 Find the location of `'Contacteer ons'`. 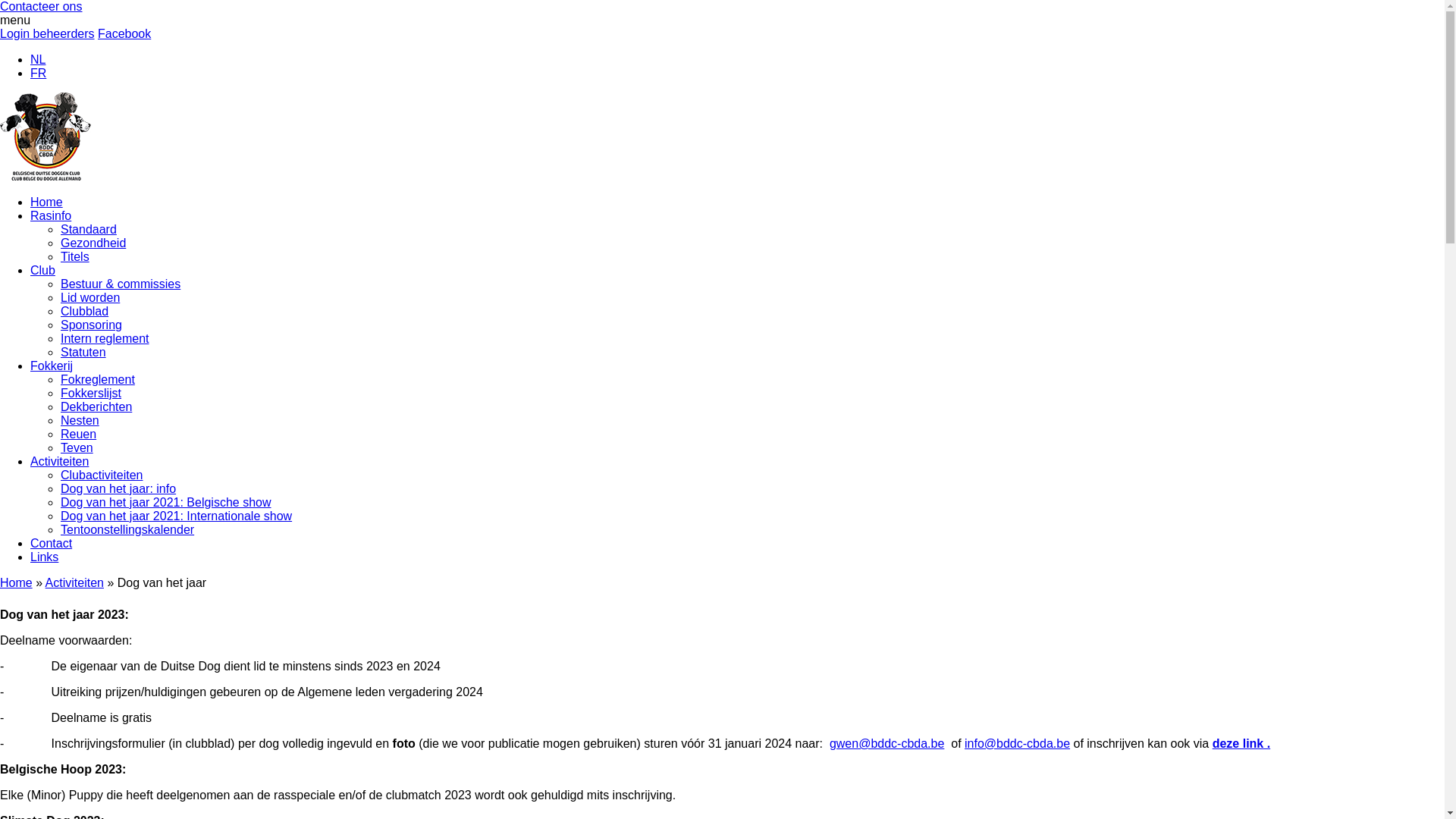

'Contacteer ons' is located at coordinates (41, 6).